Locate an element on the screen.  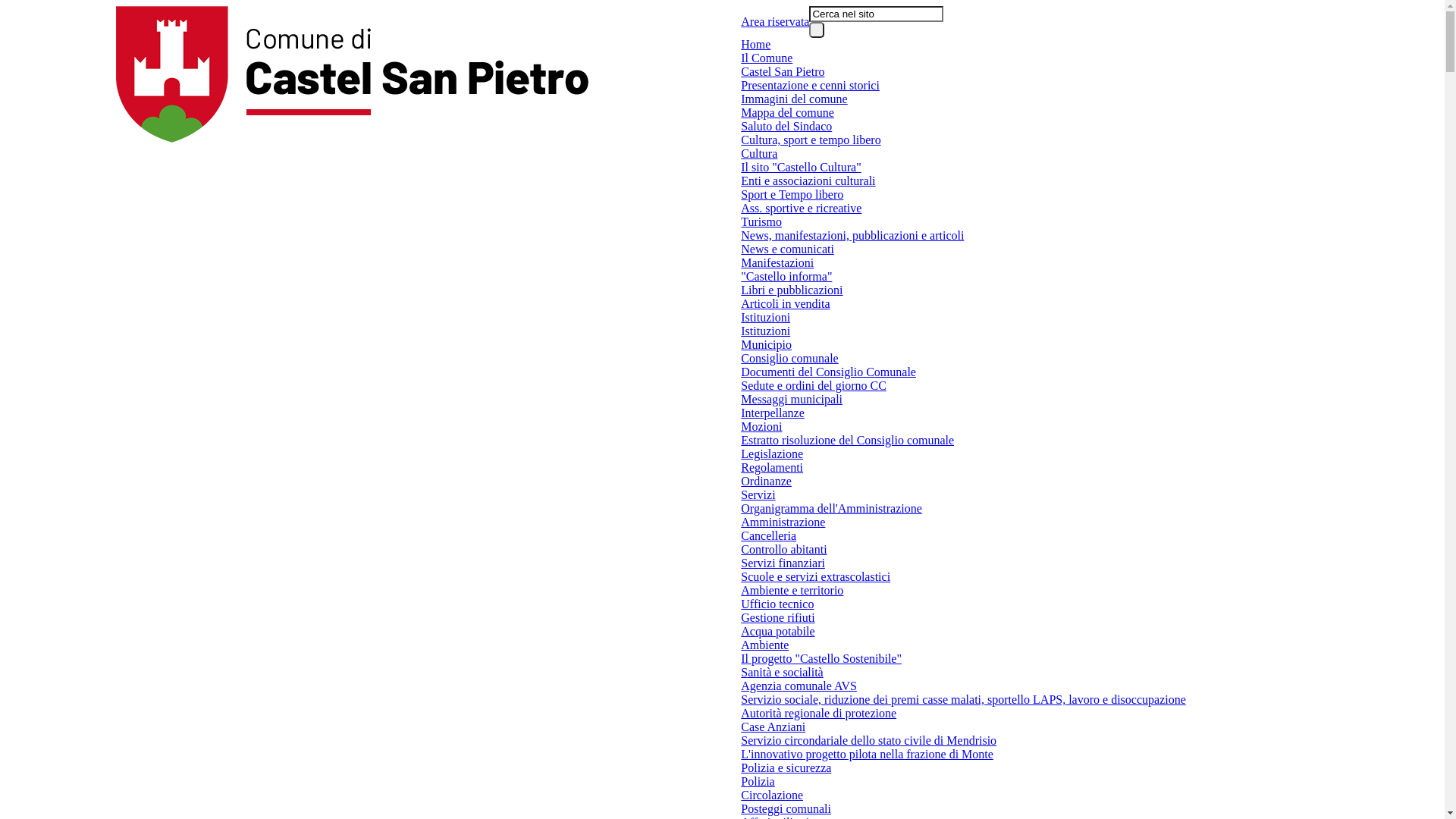
'Interpellanze' is located at coordinates (772, 413).